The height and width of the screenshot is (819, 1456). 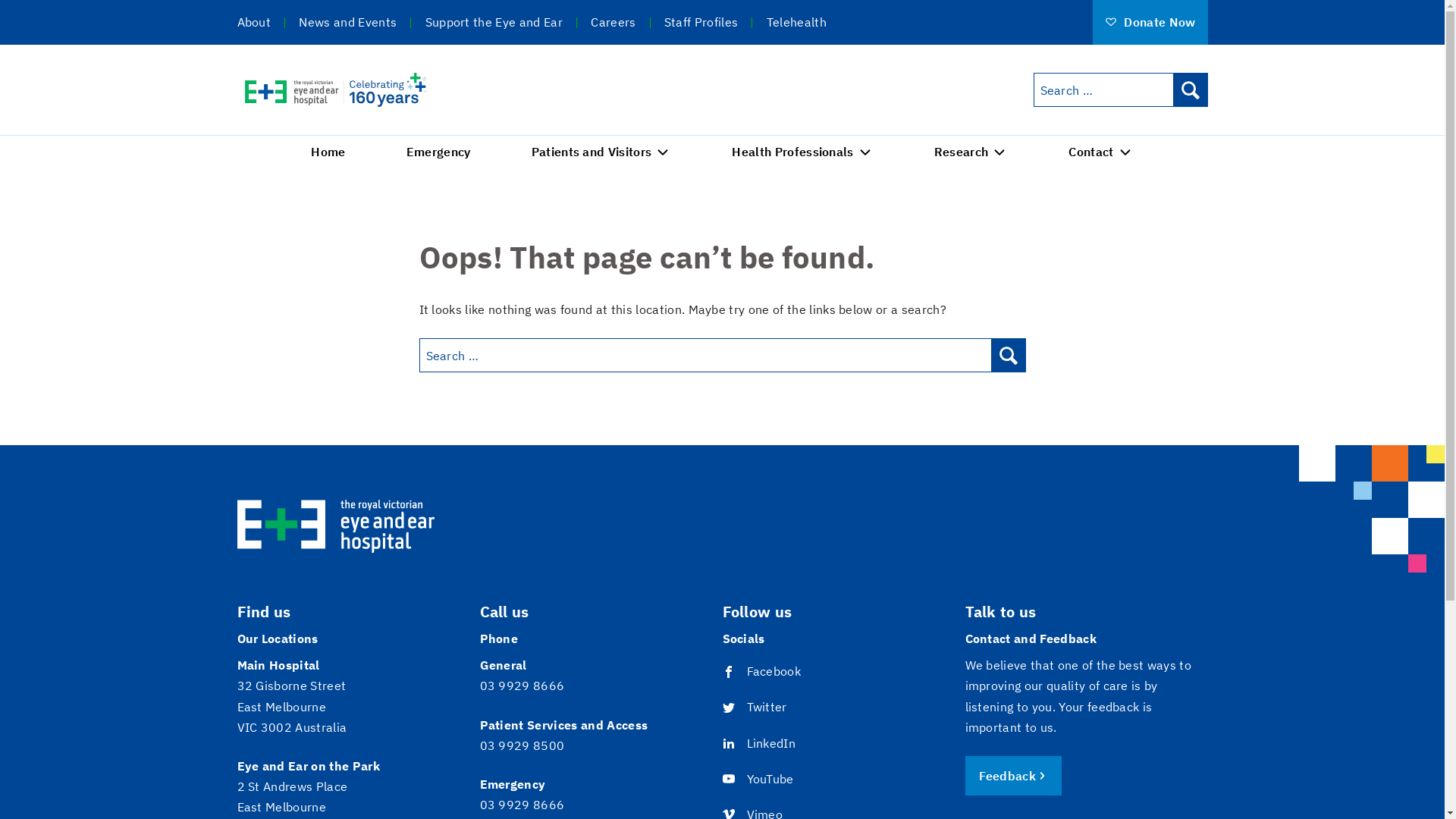 I want to click on 'Facebook', so click(x=720, y=670).